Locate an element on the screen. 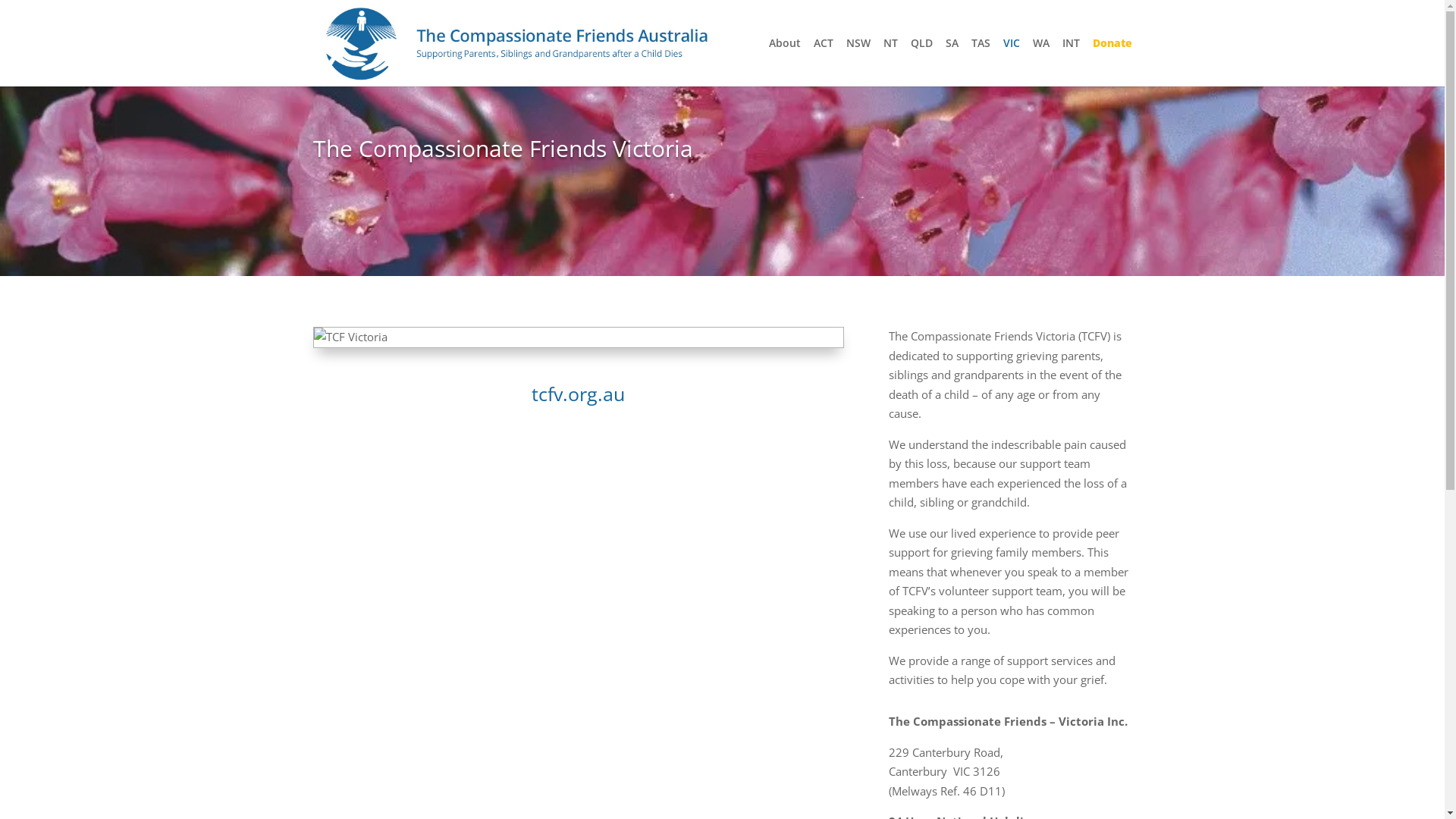 The image size is (1456, 819). 'NSW' is located at coordinates (858, 61).